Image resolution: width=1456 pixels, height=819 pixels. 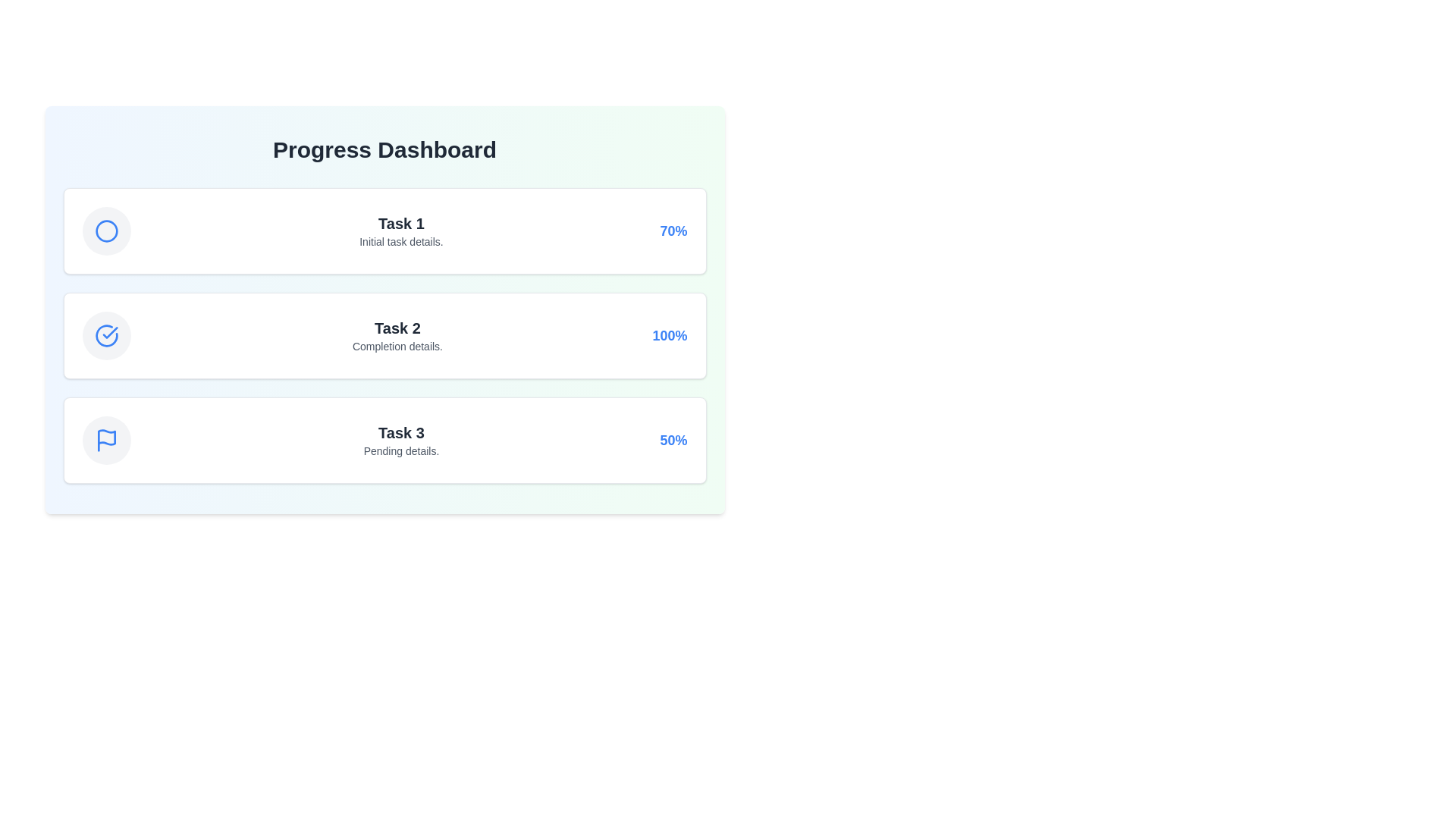 I want to click on descriptive text block for 'Task 2' which contains the title and completion details, so click(x=397, y=335).